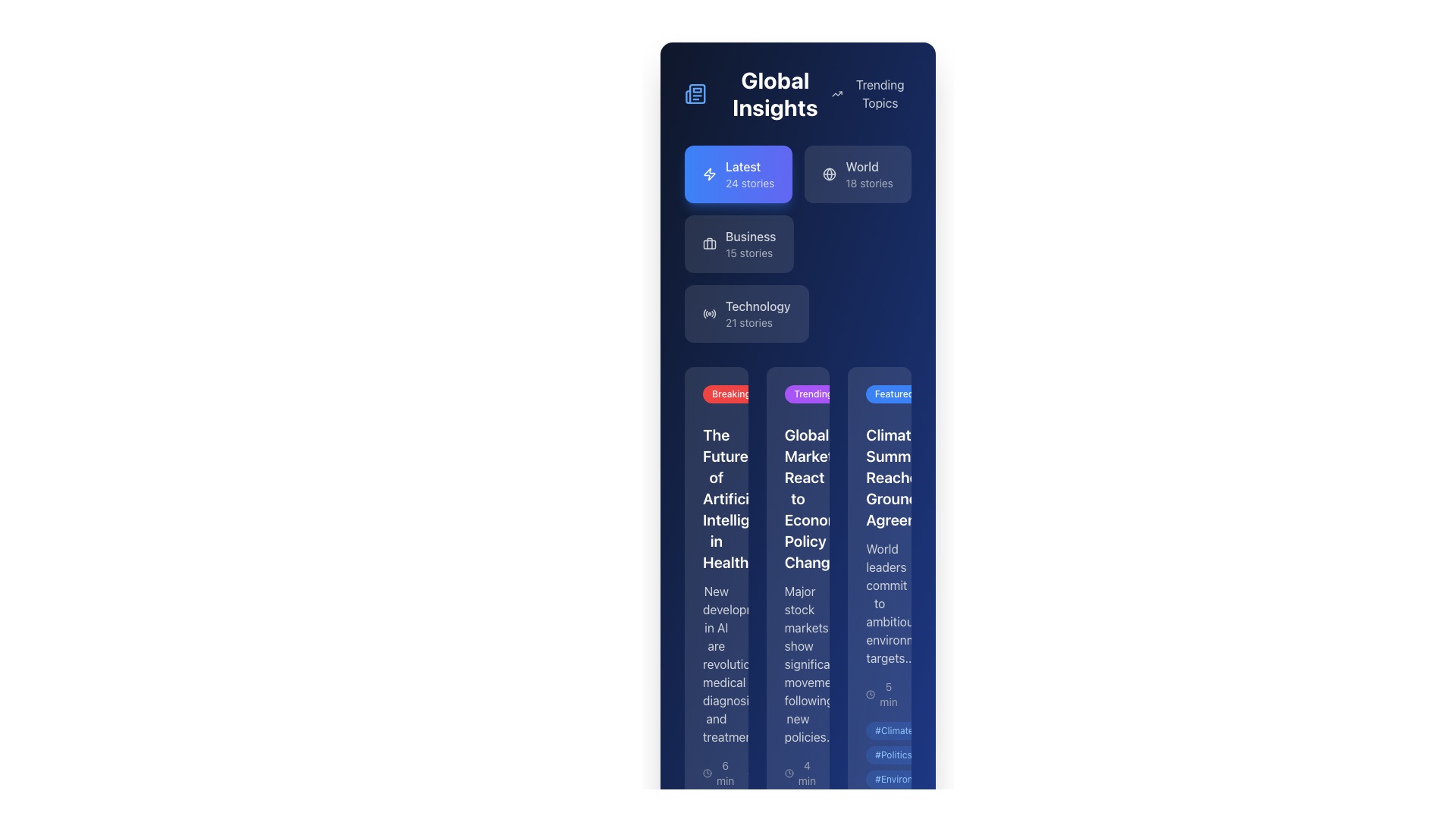 The width and height of the screenshot is (1456, 819). I want to click on the small blue pill-shaped button labeled '#Climate' located at the top of the tag stack, which has a slightly transparent blue background and white text, so click(894, 730).